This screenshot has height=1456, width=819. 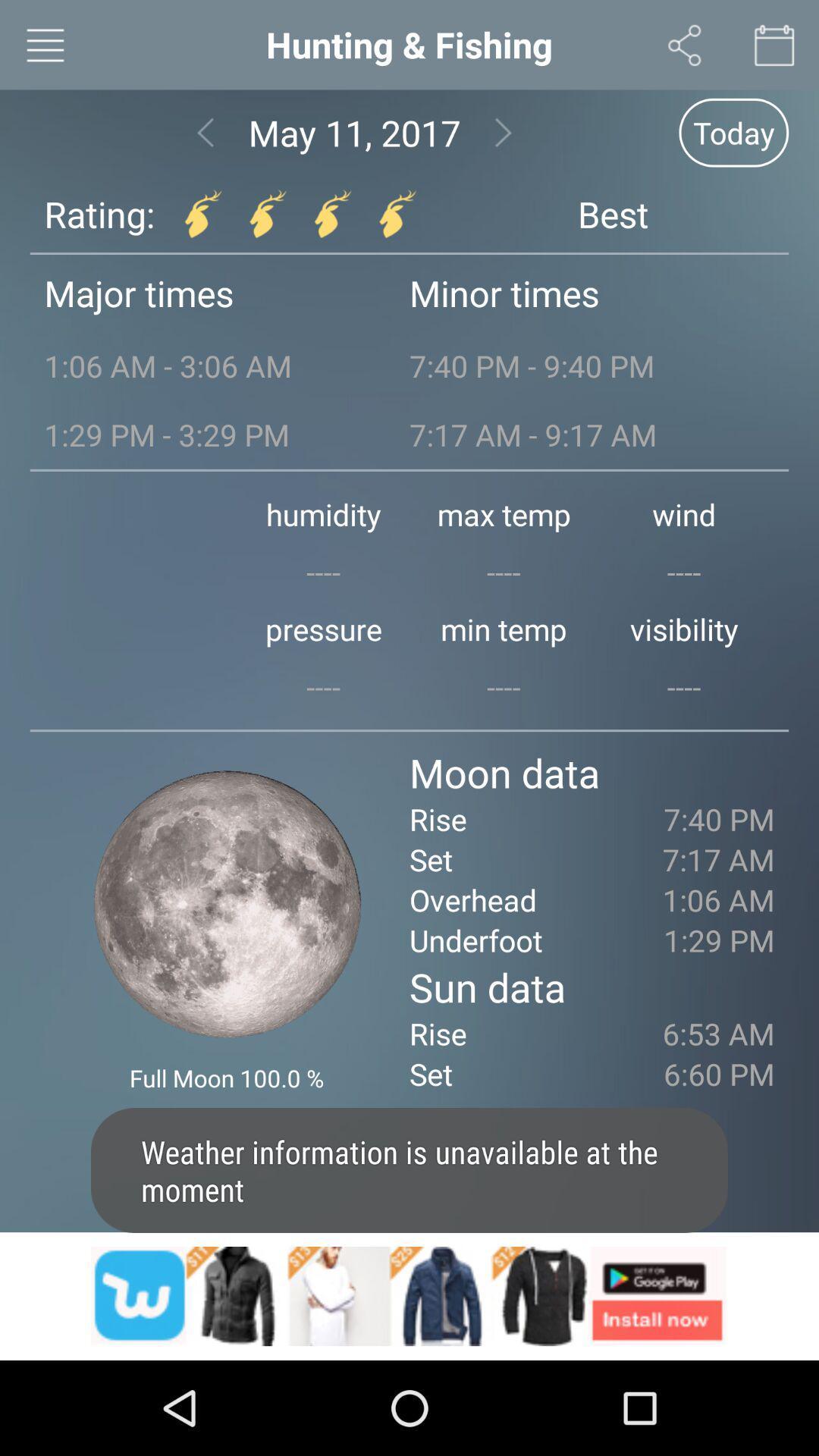 What do you see at coordinates (504, 142) in the screenshot?
I see `the arrow_forward icon` at bounding box center [504, 142].